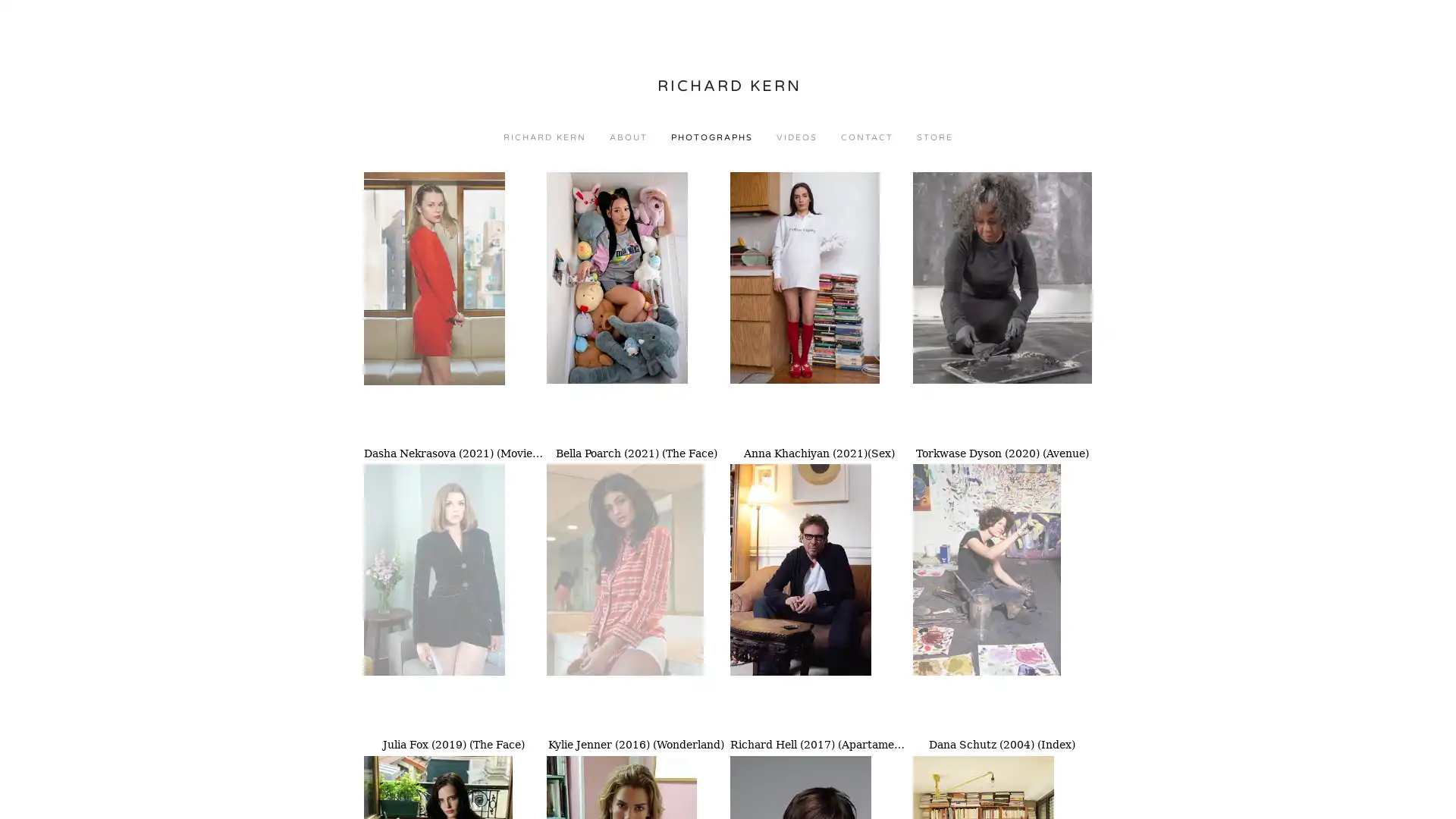  I want to click on View fullsize Anna Khachiyan (2021)(Sex), so click(818, 306).